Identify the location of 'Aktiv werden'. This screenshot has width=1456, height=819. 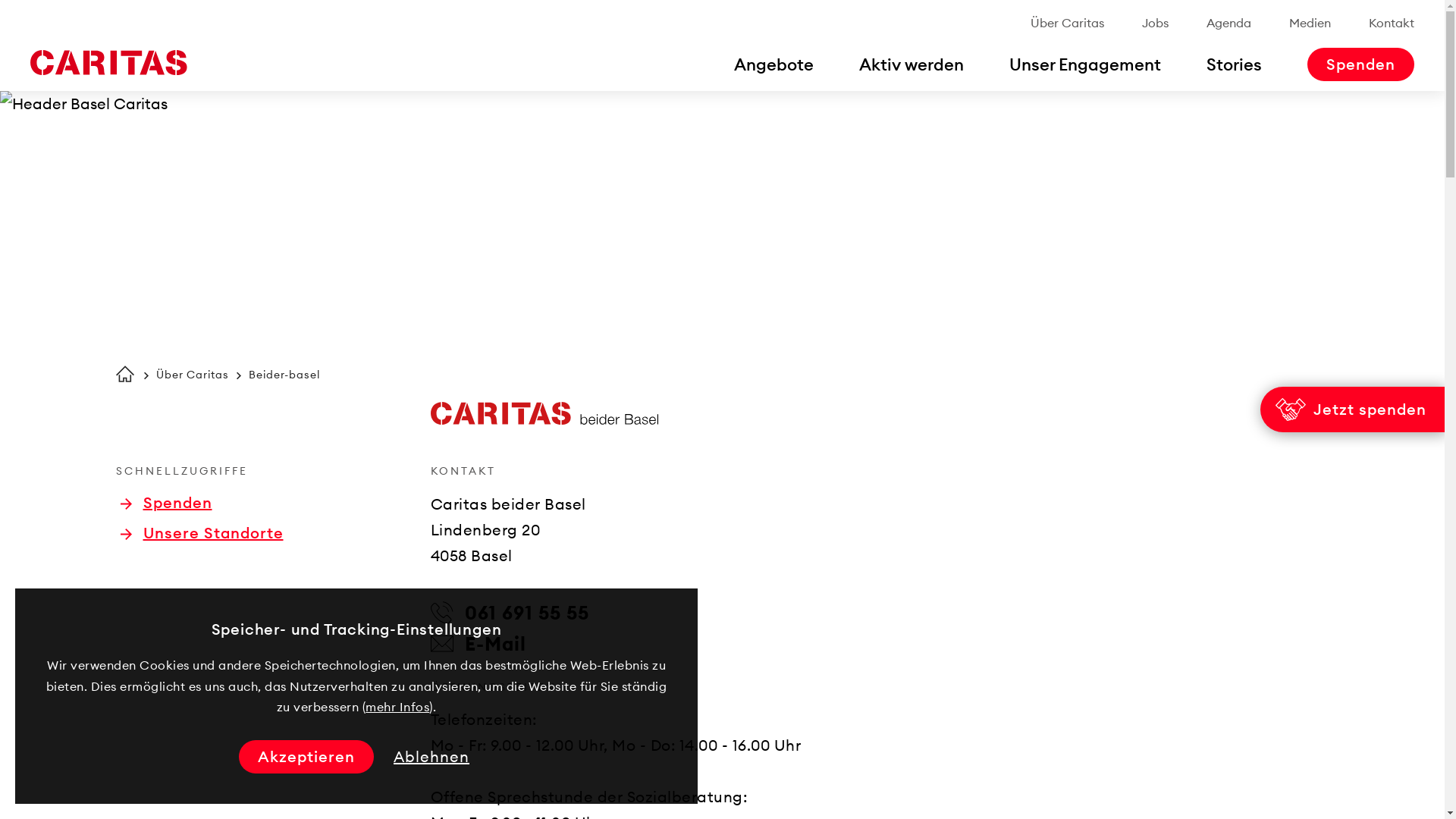
(910, 63).